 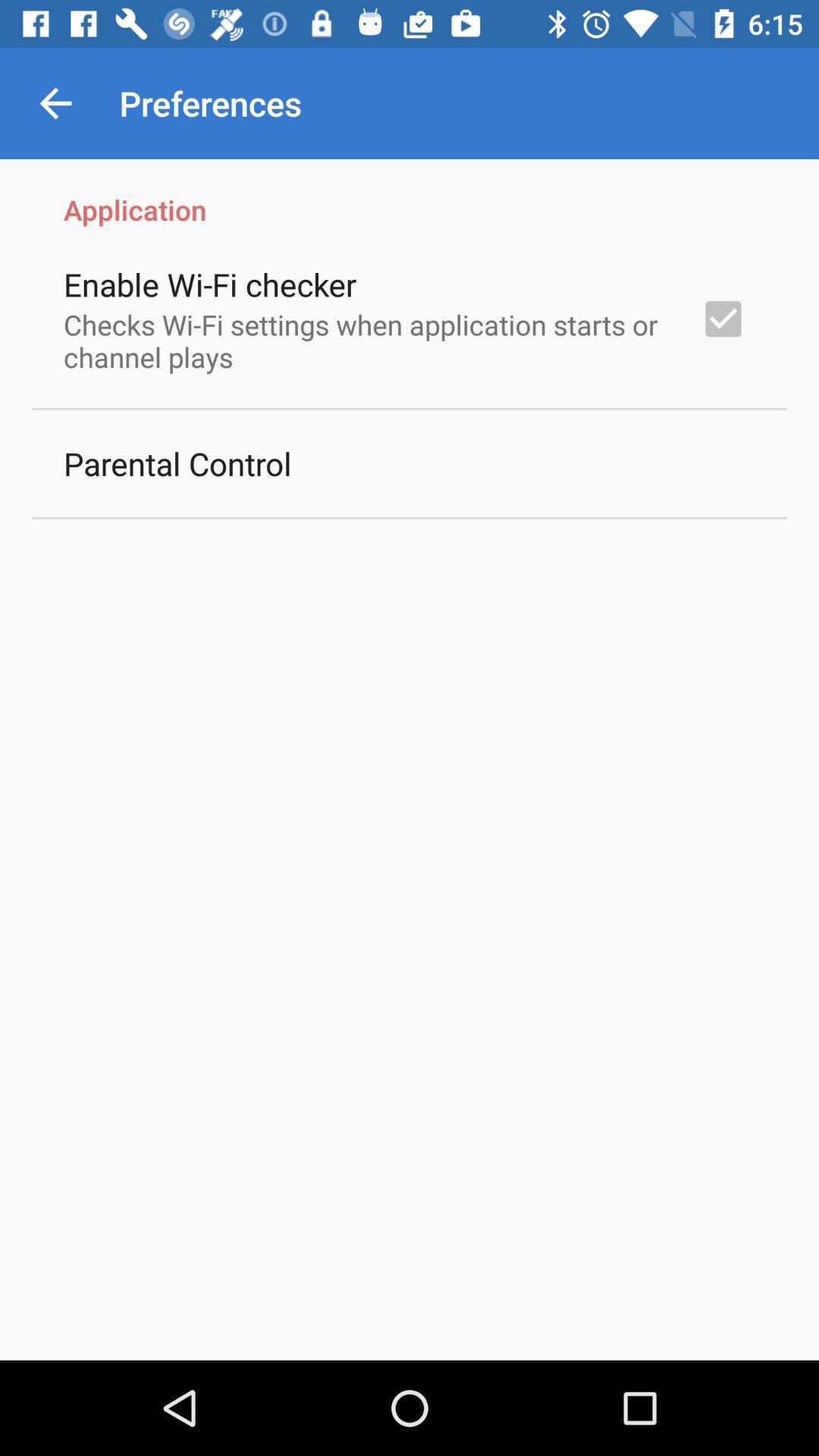 What do you see at coordinates (177, 463) in the screenshot?
I see `the item below checks wi fi icon` at bounding box center [177, 463].